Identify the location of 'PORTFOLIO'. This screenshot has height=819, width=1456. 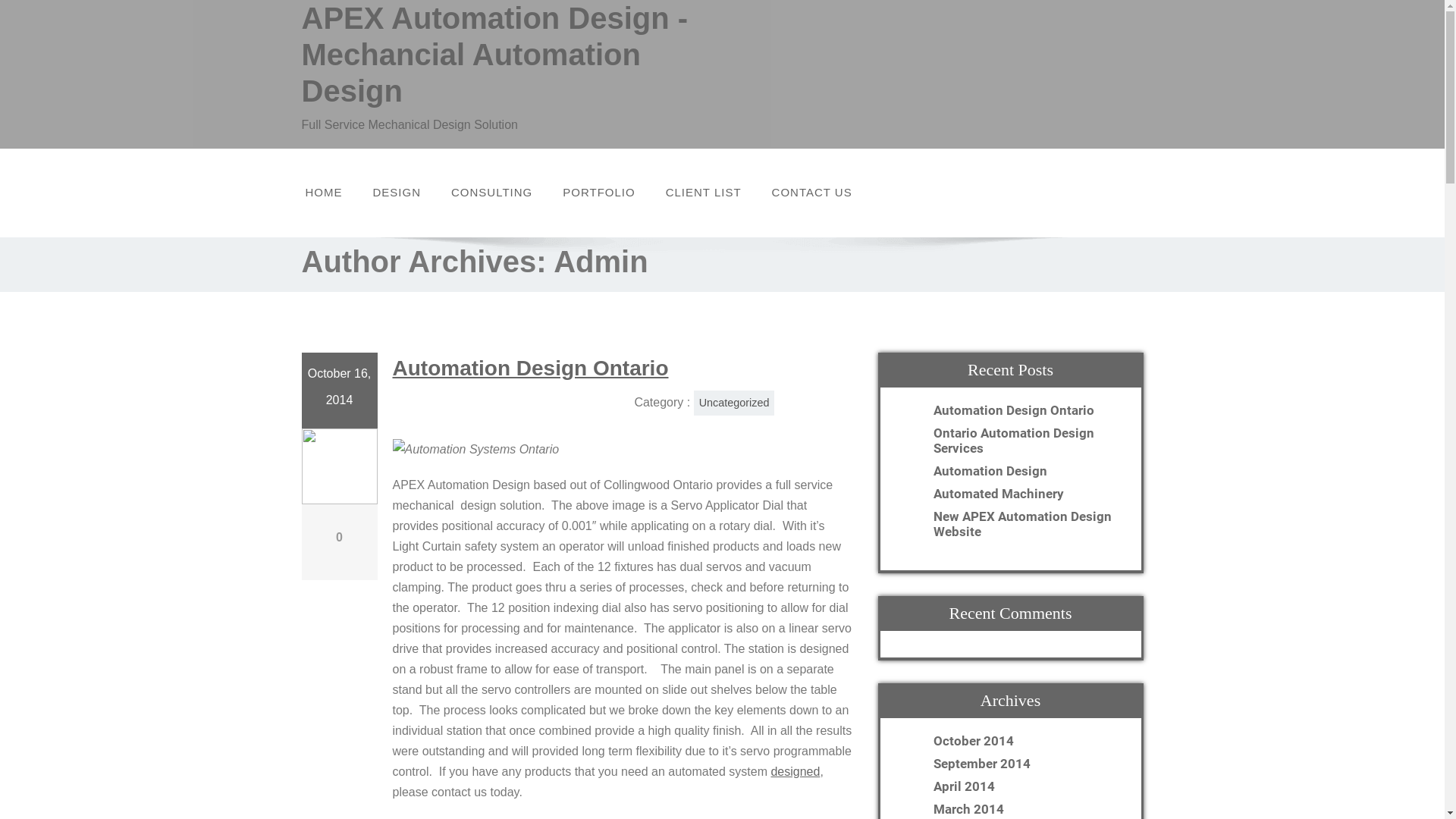
(598, 192).